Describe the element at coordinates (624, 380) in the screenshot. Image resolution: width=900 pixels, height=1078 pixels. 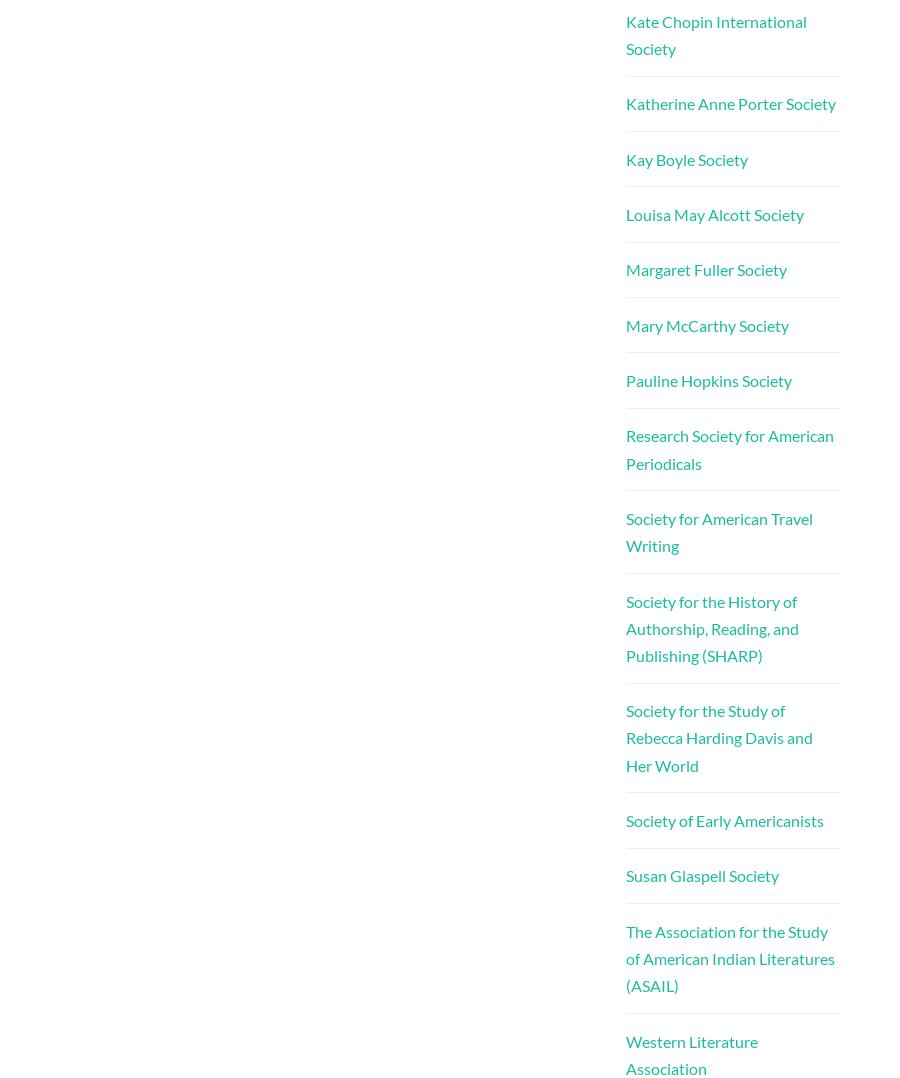
I see `'Pauline Hopkins Society'` at that location.